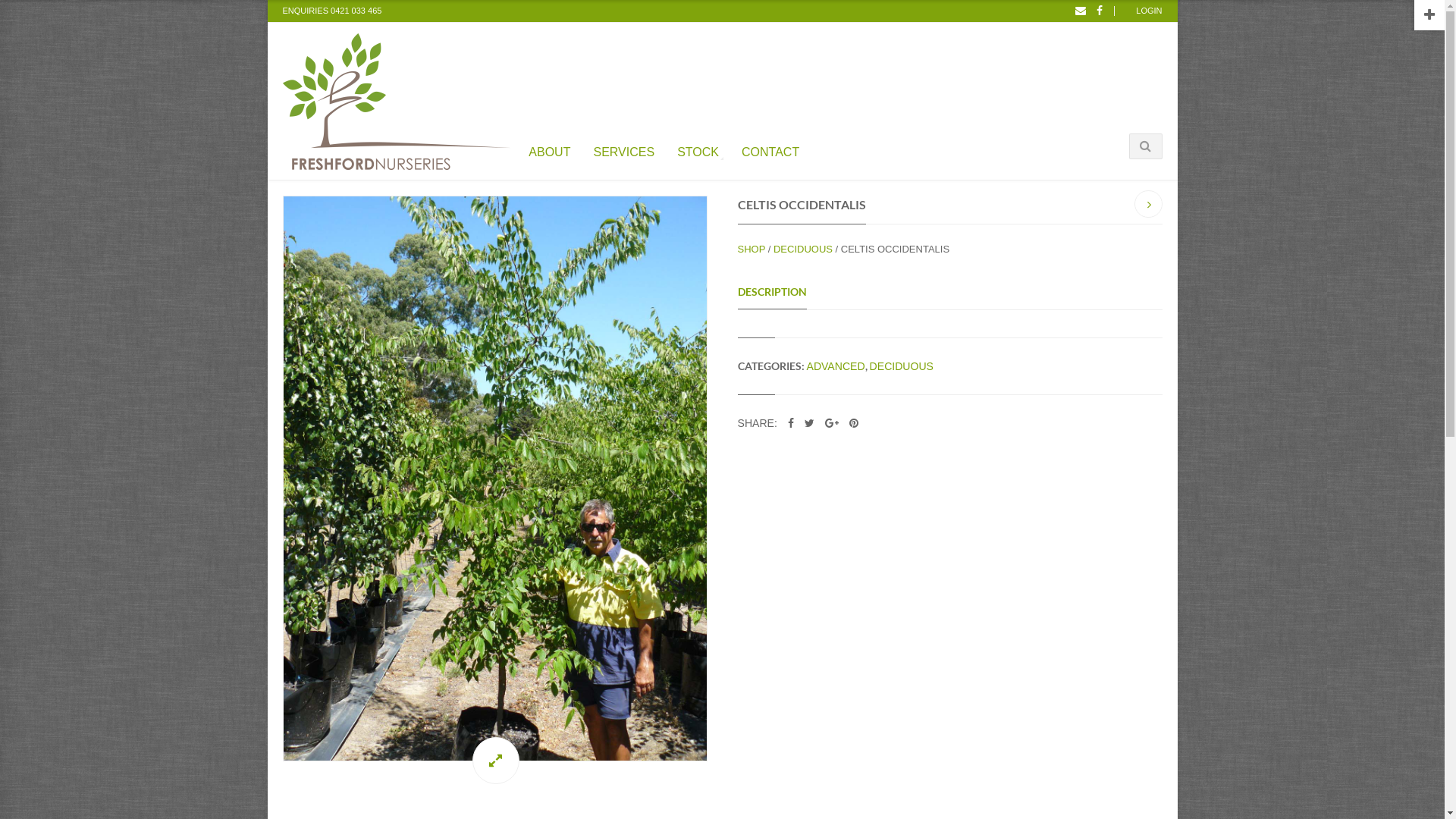 The width and height of the screenshot is (1456, 819). I want to click on 'SERVICES', so click(588, 149).